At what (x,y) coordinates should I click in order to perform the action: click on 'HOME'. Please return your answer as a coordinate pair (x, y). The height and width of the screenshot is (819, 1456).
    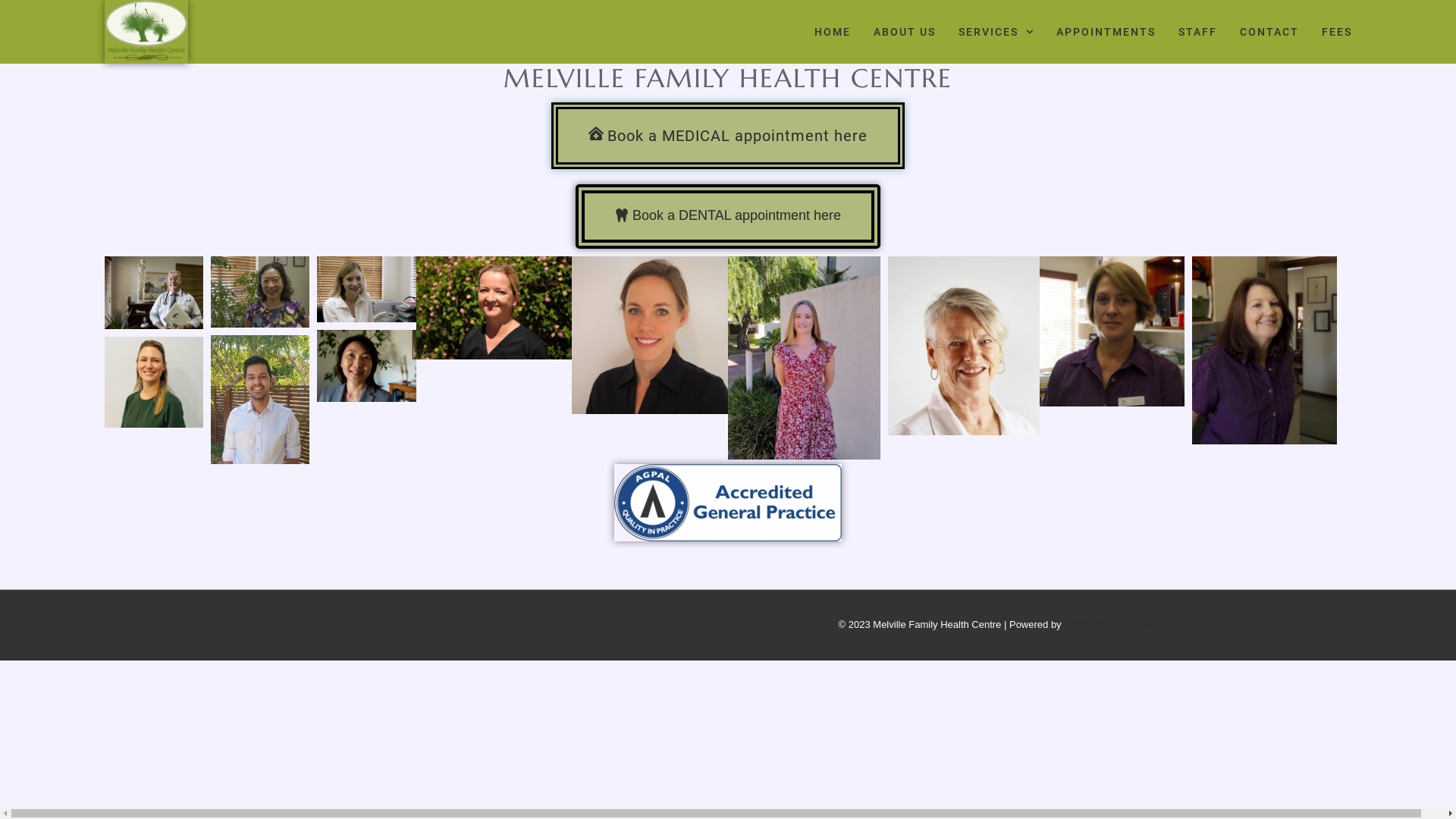
    Looking at the image, I should click on (814, 32).